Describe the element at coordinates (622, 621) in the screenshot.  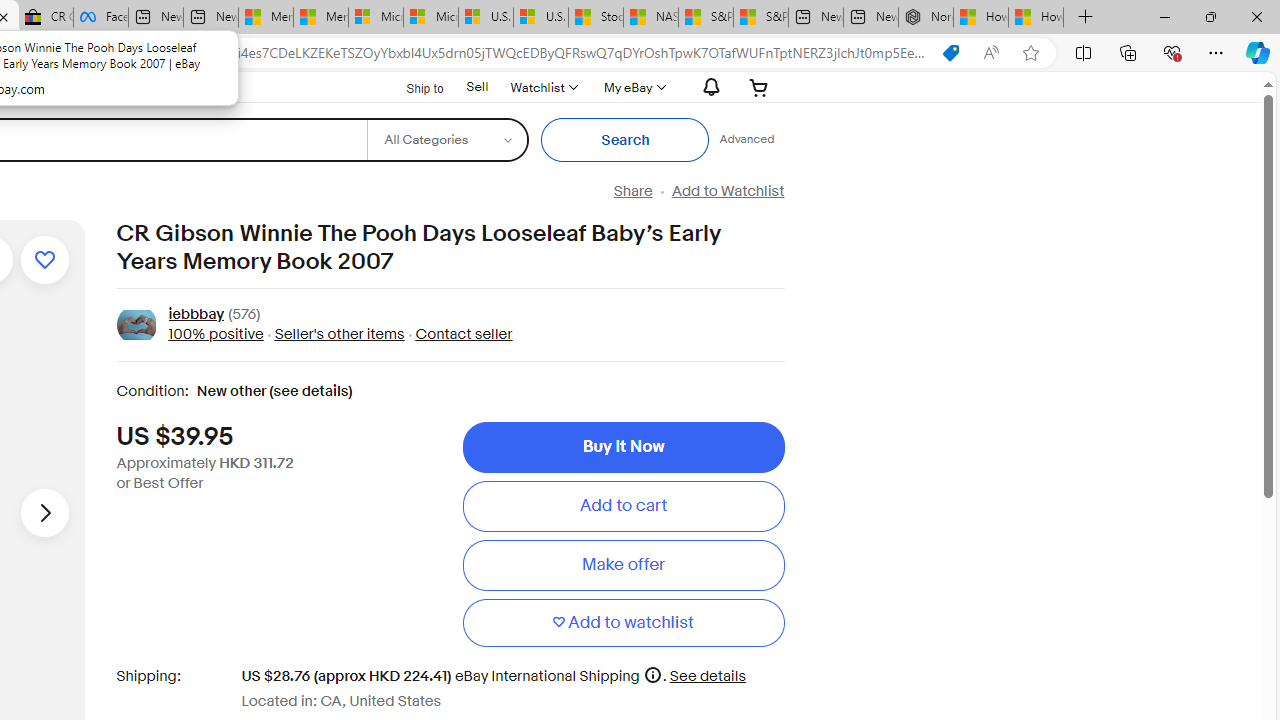
I see `'Add to watchlist'` at that location.